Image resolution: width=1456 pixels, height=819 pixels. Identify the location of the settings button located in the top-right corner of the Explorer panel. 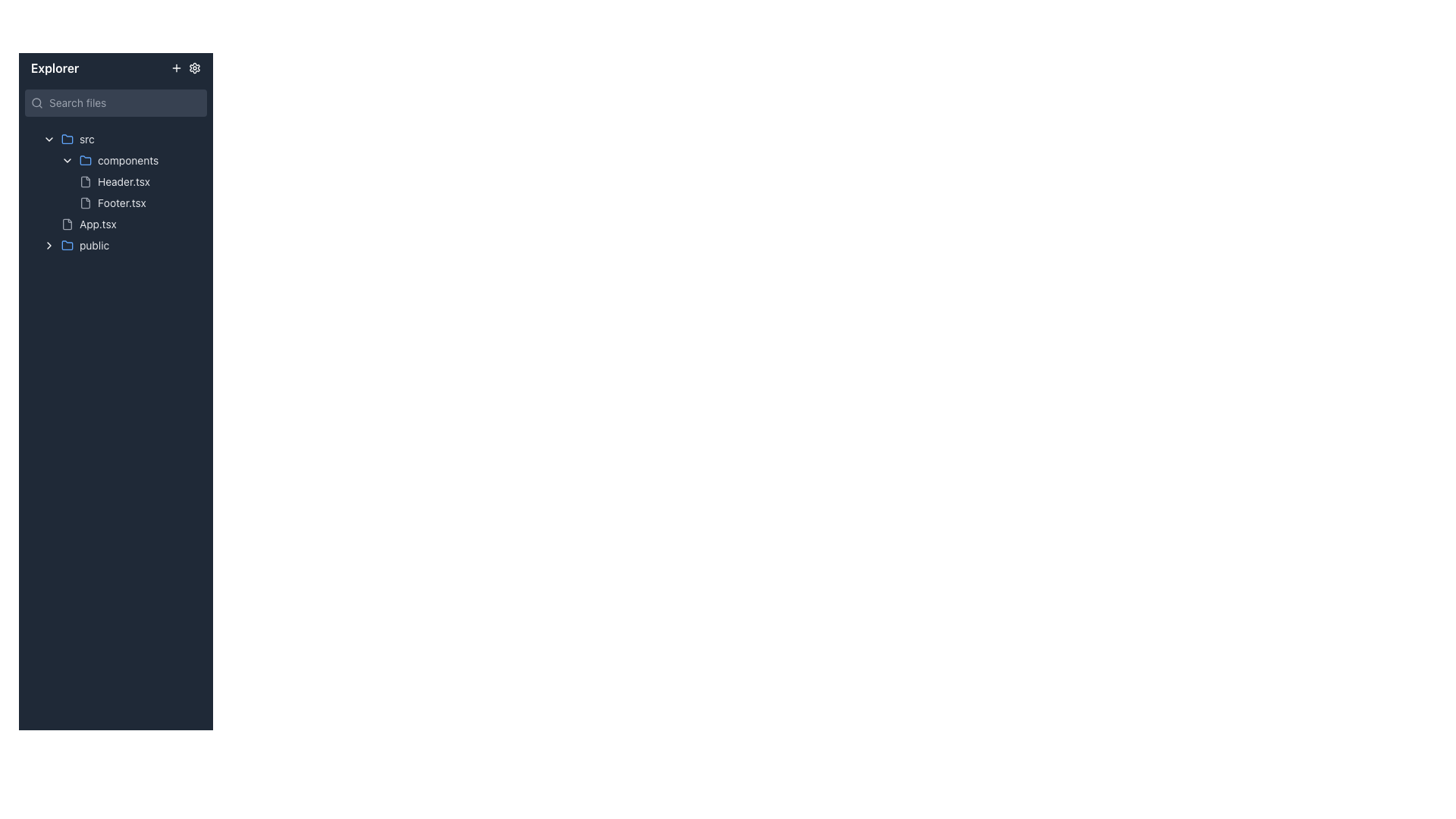
(194, 67).